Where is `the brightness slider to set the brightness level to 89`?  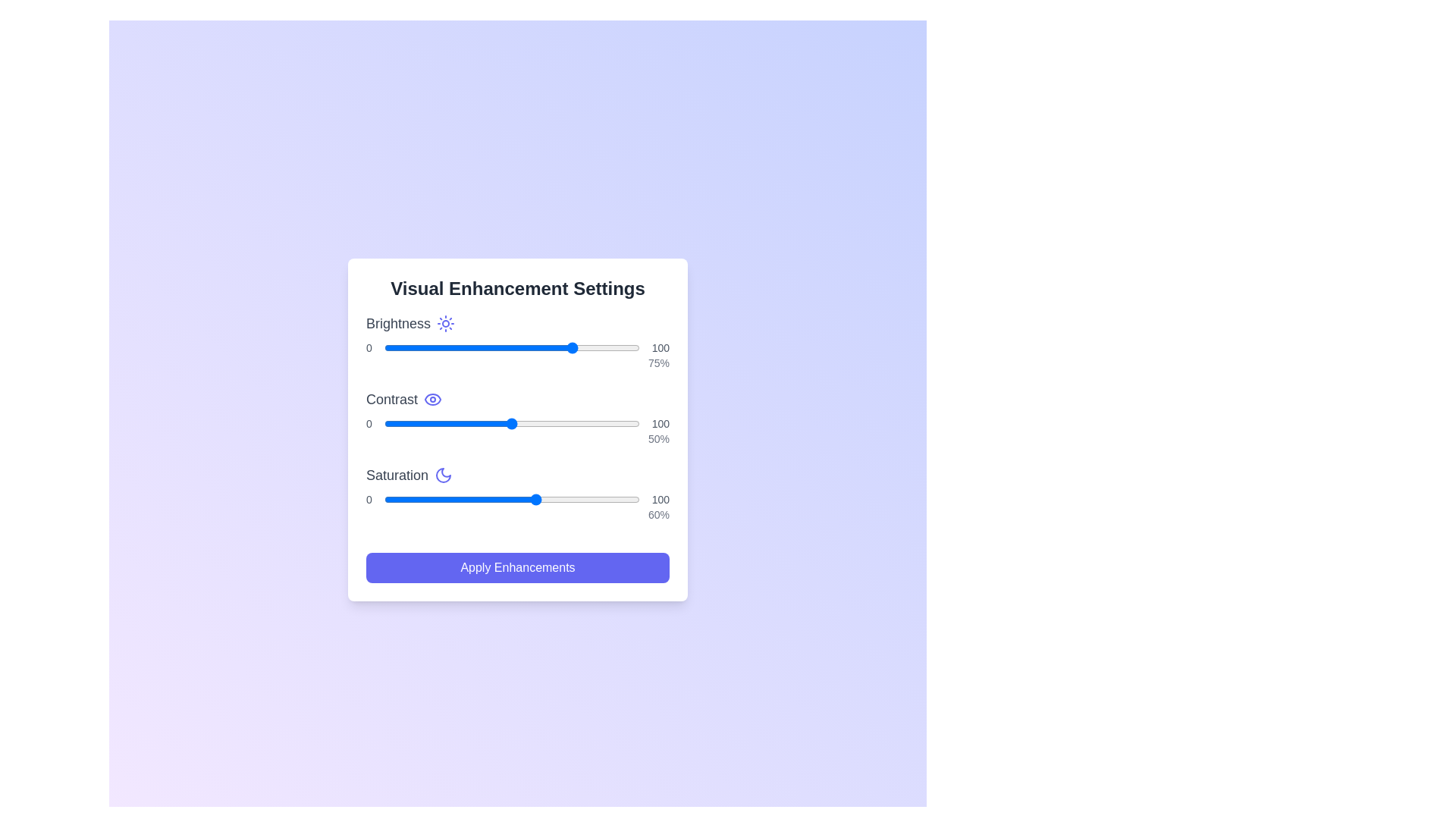 the brightness slider to set the brightness level to 89 is located at coordinates (611, 348).